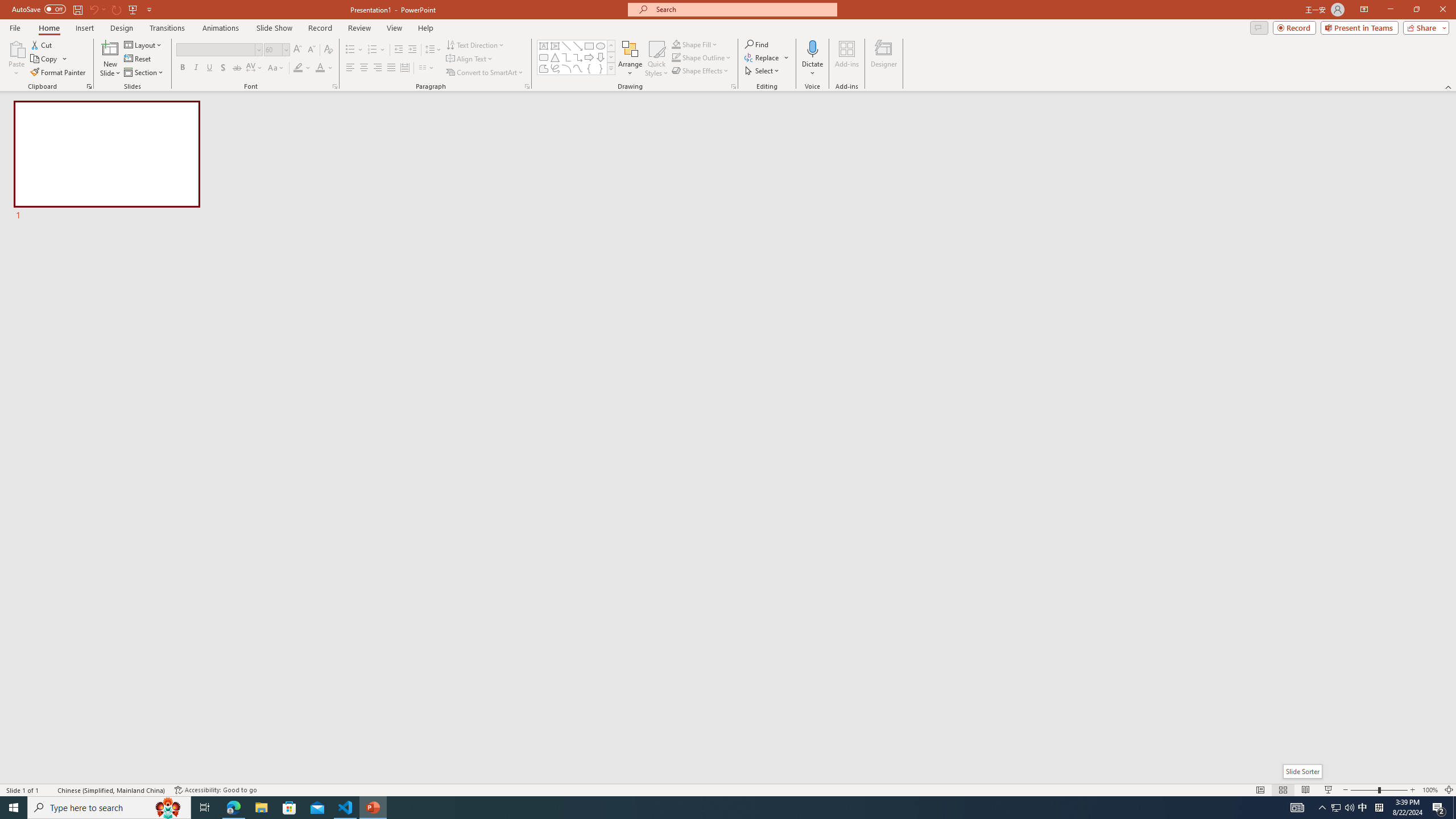 This screenshot has width=1456, height=819. What do you see at coordinates (554, 56) in the screenshot?
I see `'Isosceles Triangle'` at bounding box center [554, 56].